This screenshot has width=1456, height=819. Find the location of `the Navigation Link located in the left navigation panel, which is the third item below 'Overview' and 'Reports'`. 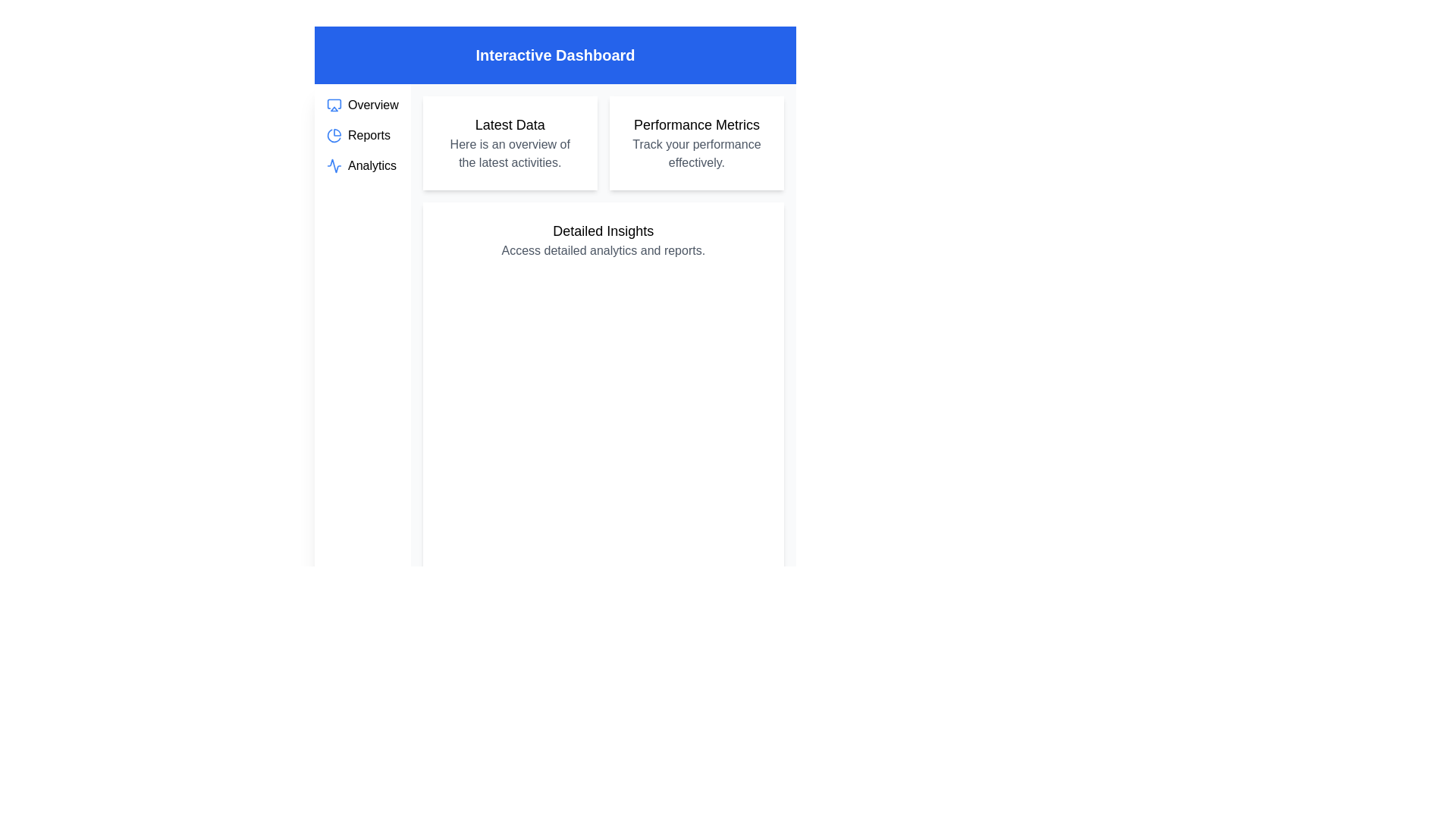

the Navigation Link located in the left navigation panel, which is the third item below 'Overview' and 'Reports' is located at coordinates (362, 166).